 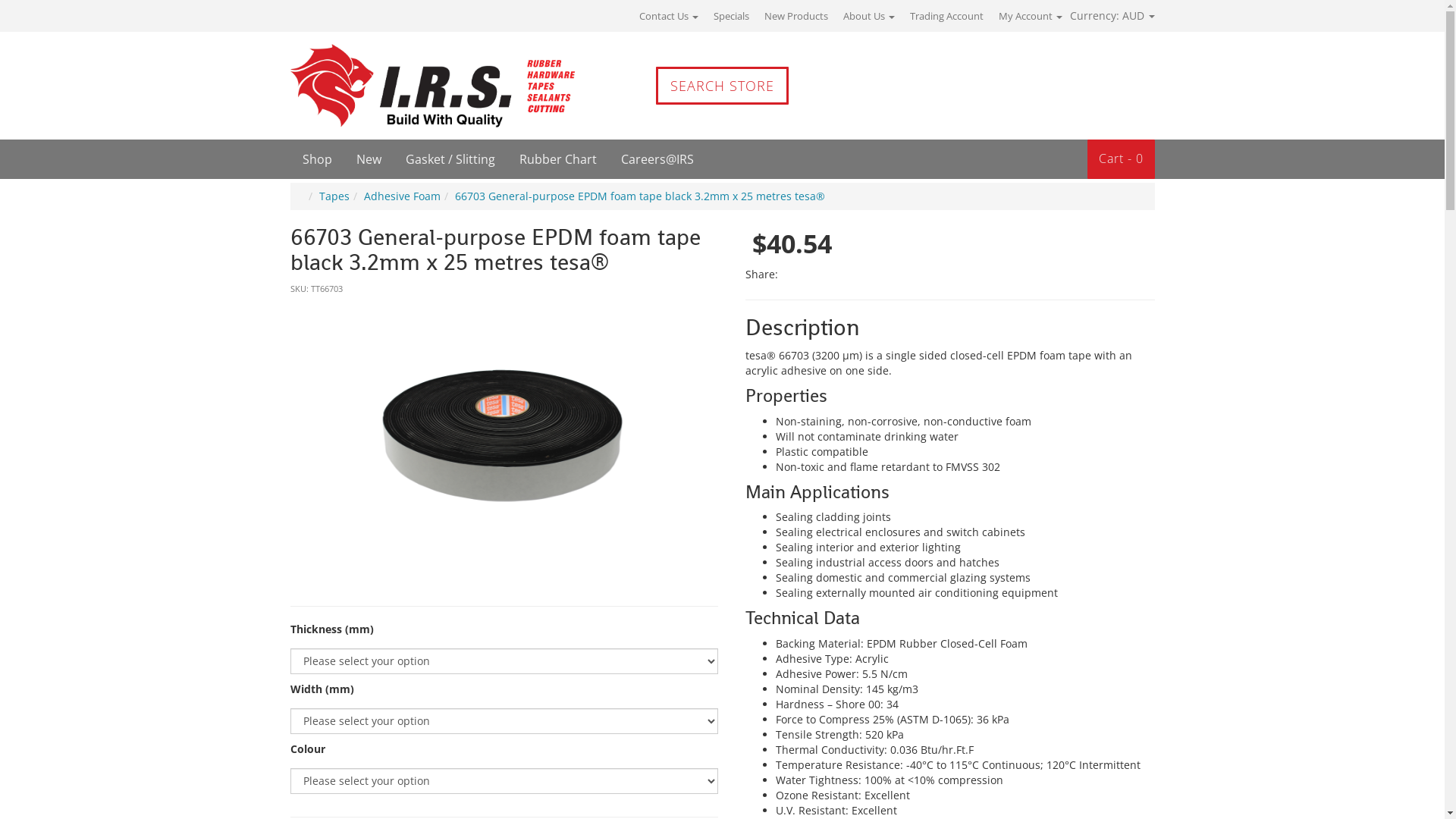 What do you see at coordinates (506, 158) in the screenshot?
I see `'Rubber Chart'` at bounding box center [506, 158].